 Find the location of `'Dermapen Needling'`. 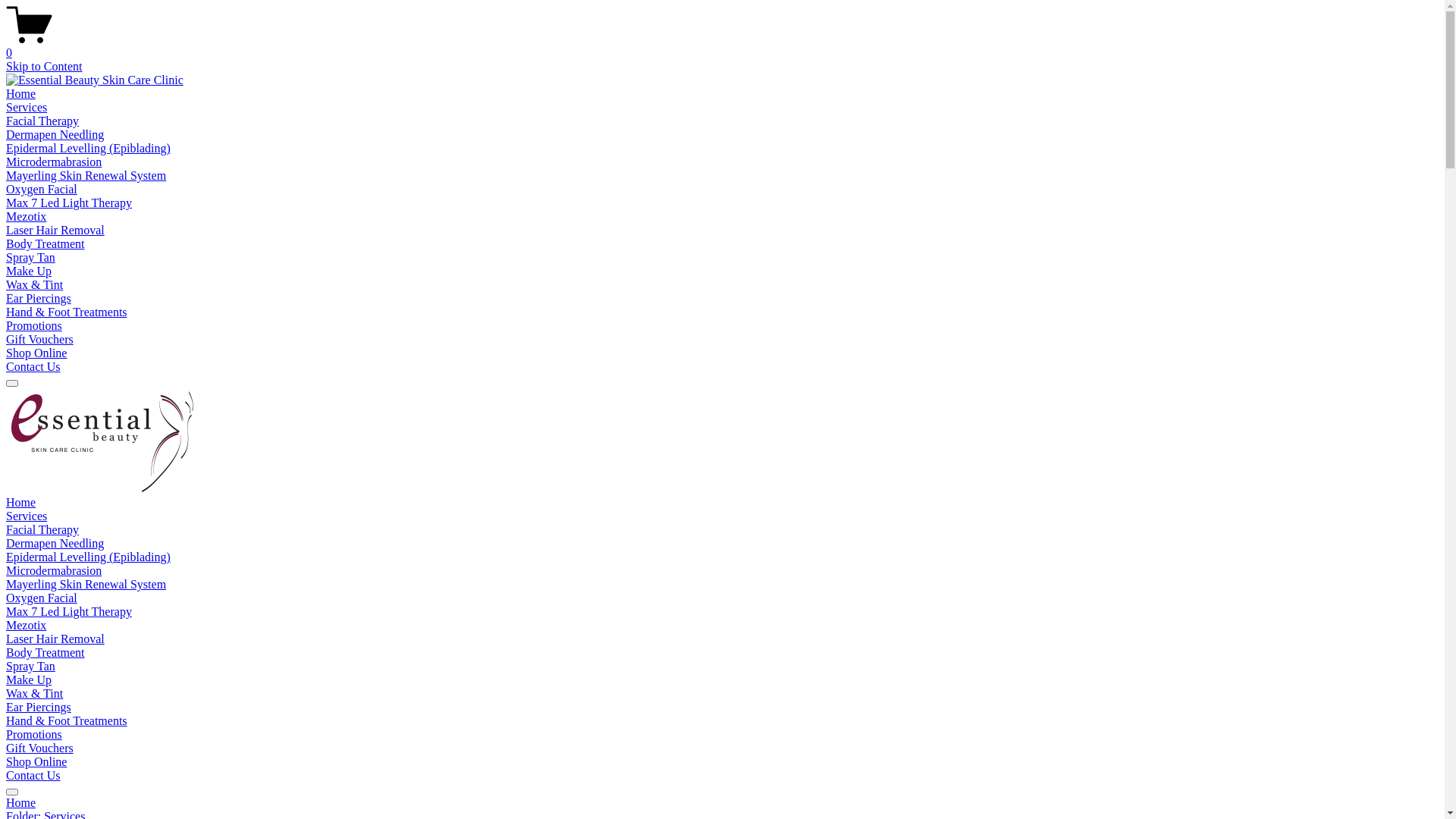

'Dermapen Needling' is located at coordinates (6, 542).